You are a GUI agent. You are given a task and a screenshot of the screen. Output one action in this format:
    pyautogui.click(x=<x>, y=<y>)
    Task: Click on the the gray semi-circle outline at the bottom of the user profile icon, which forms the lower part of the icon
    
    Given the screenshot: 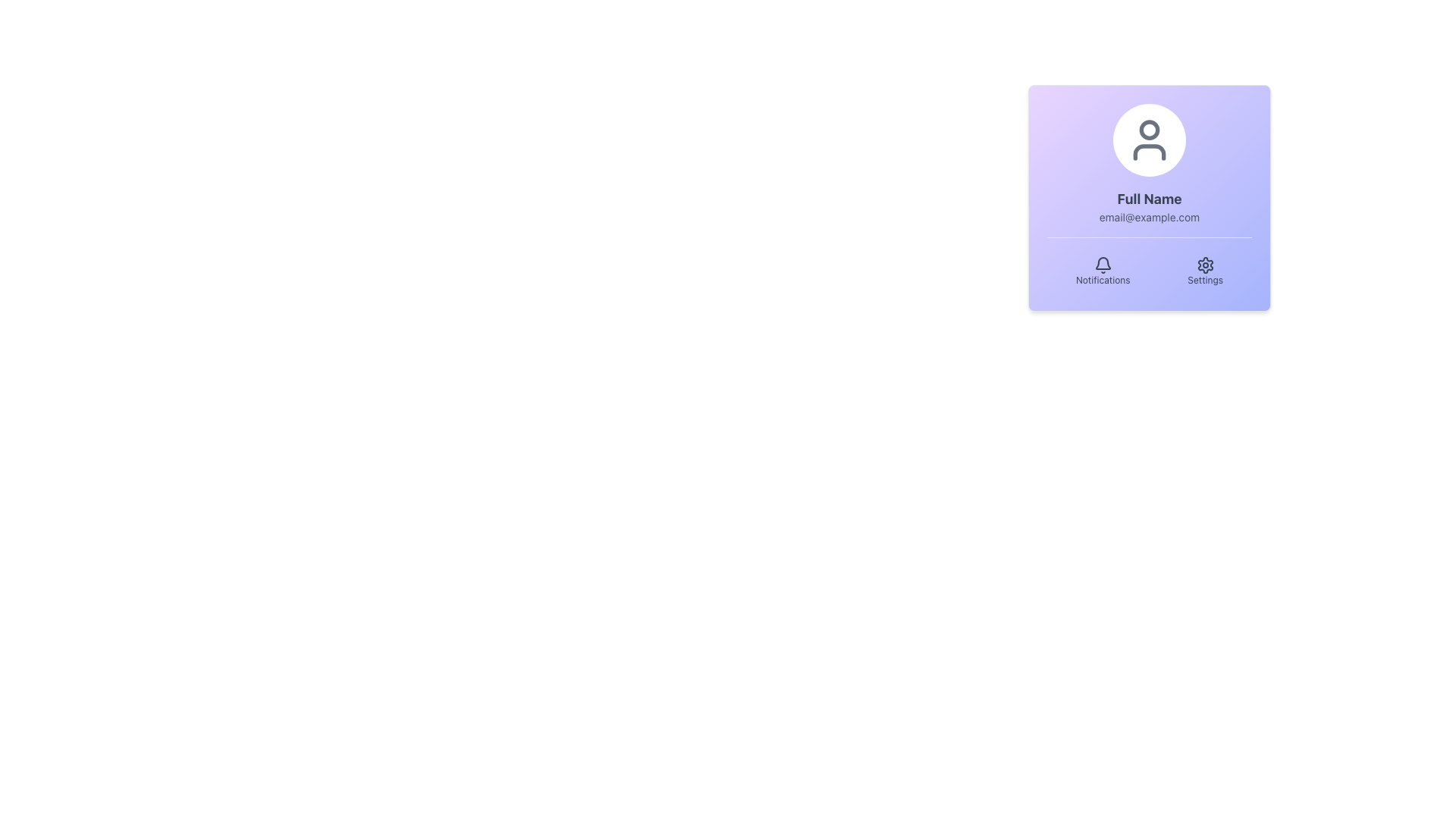 What is the action you would take?
    pyautogui.click(x=1150, y=152)
    